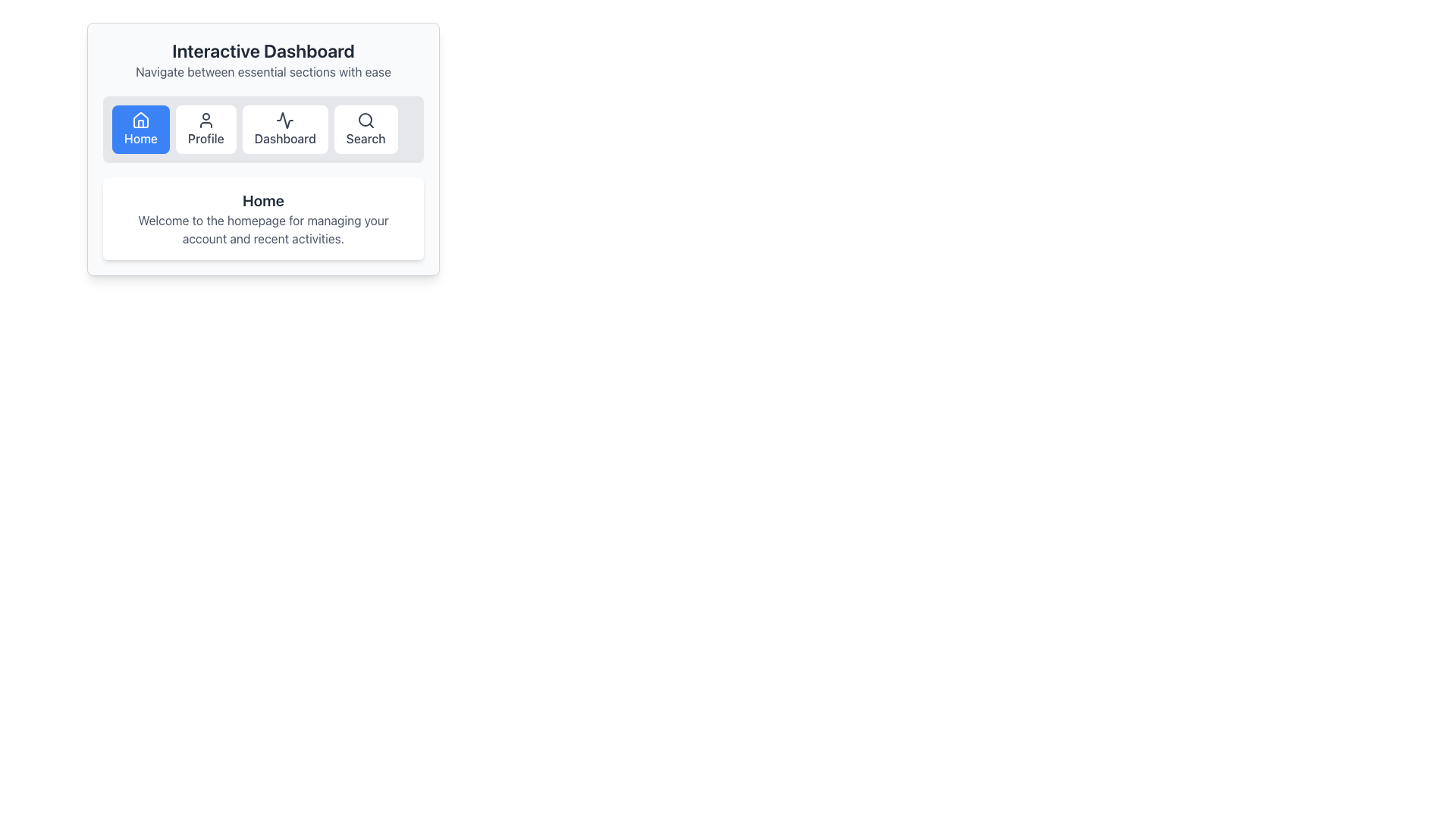 Image resolution: width=1456 pixels, height=819 pixels. What do you see at coordinates (285, 138) in the screenshot?
I see `the 'Dashboard' text label located below the activity icon in the navigation section` at bounding box center [285, 138].